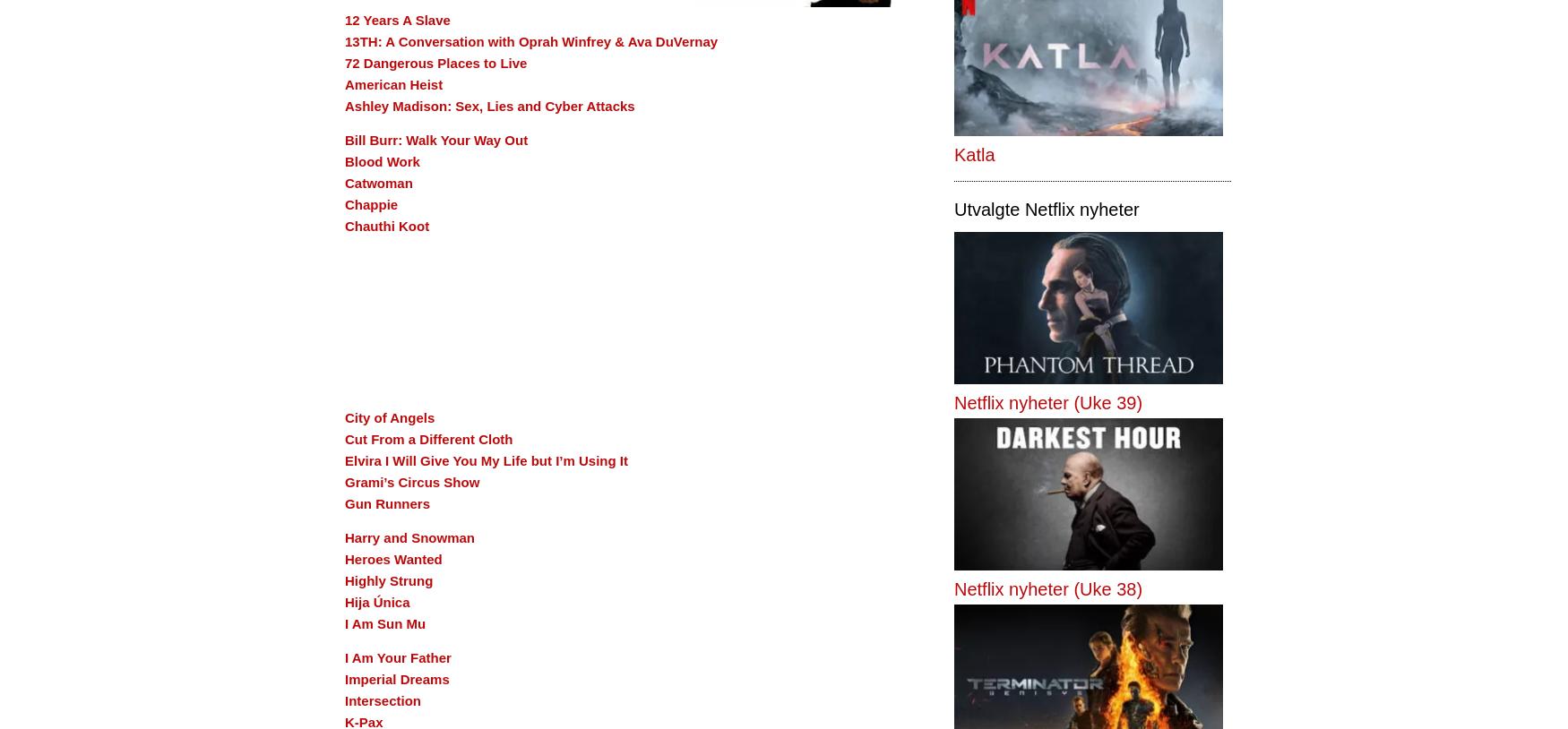 The height and width of the screenshot is (729, 1568). I want to click on 'I Am Sun Mu', so click(383, 623).